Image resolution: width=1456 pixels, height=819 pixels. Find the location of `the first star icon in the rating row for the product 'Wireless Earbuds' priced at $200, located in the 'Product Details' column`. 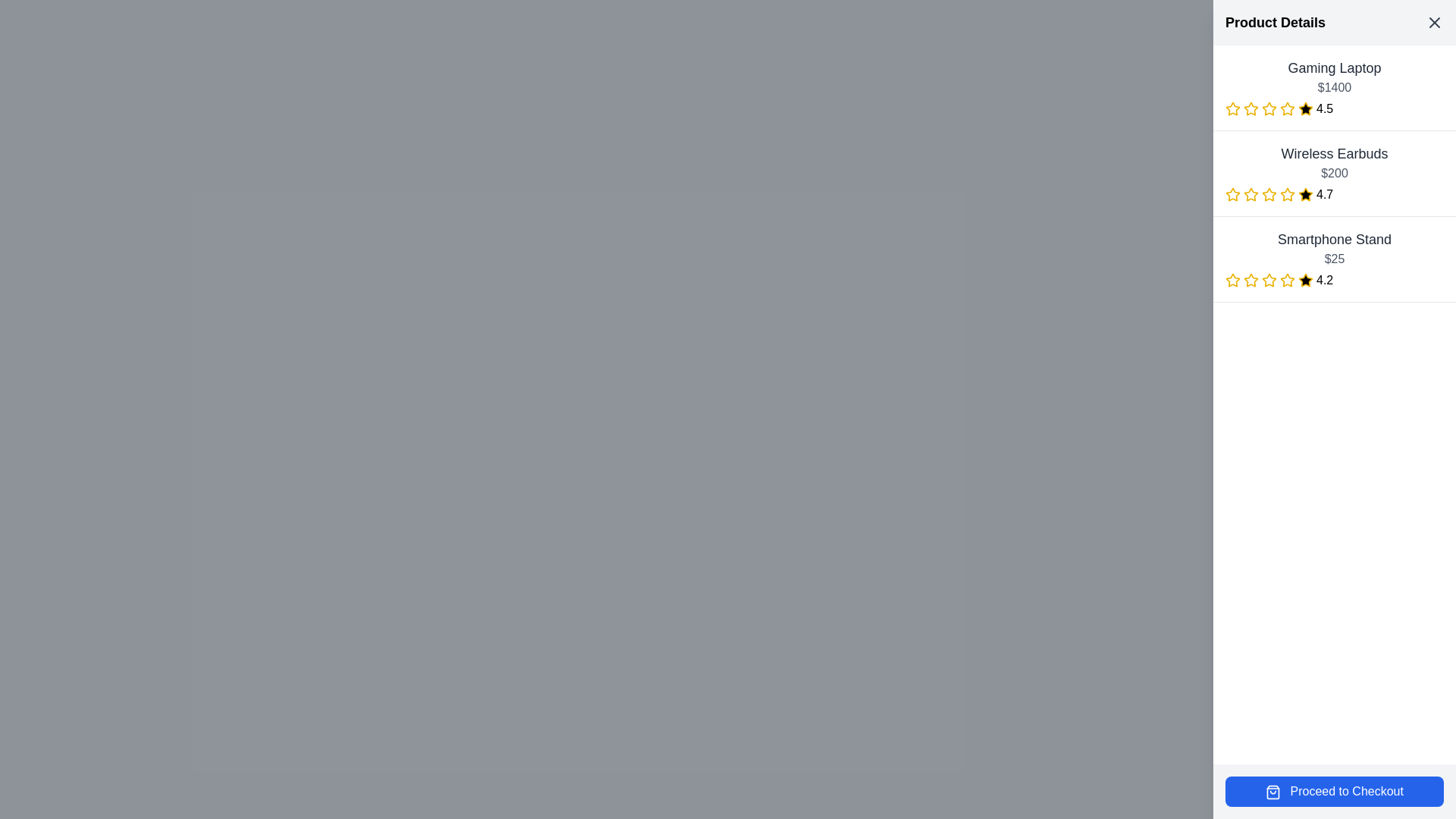

the first star icon in the rating row for the product 'Wireless Earbuds' priced at $200, located in the 'Product Details' column is located at coordinates (1233, 194).